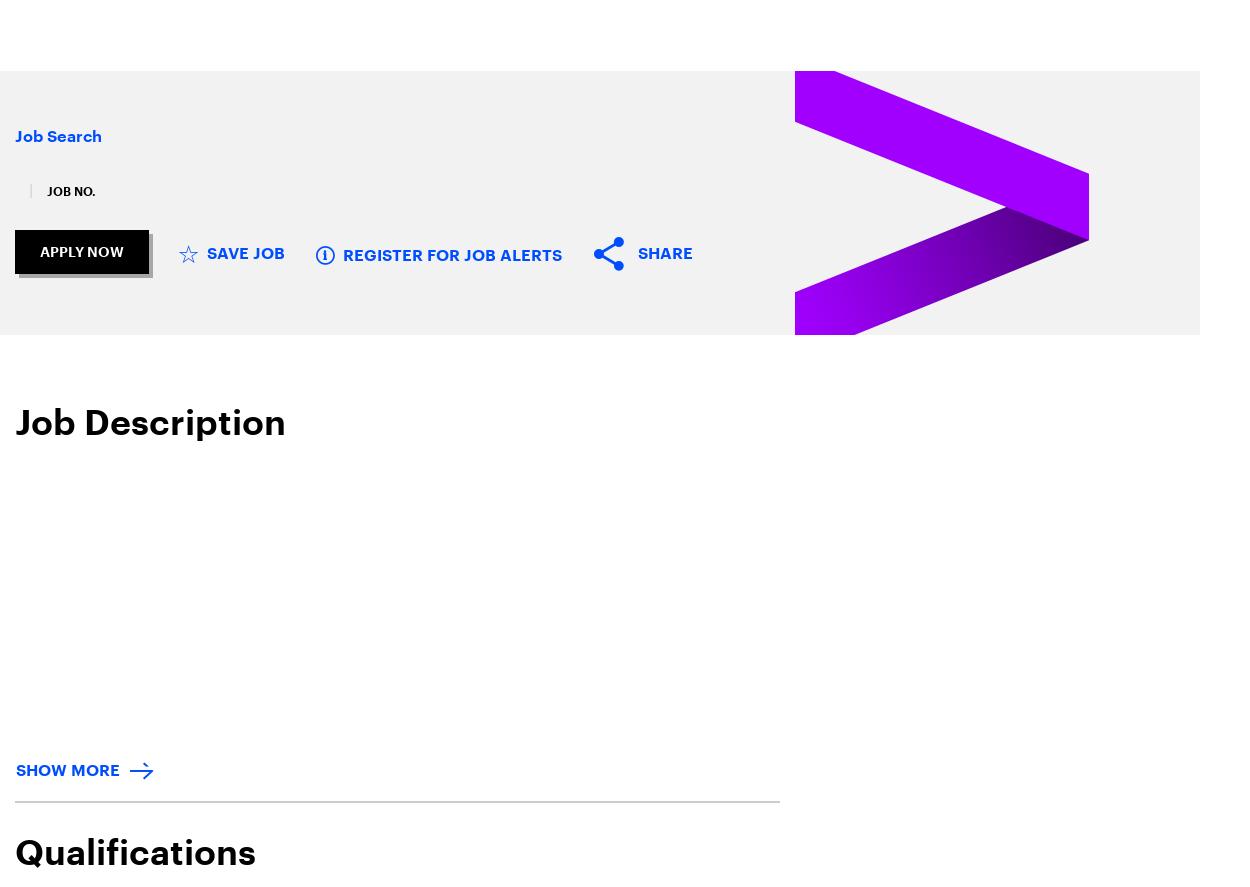 This screenshot has height=887, width=1250. I want to click on 'Join Our Team', so click(36, 818).